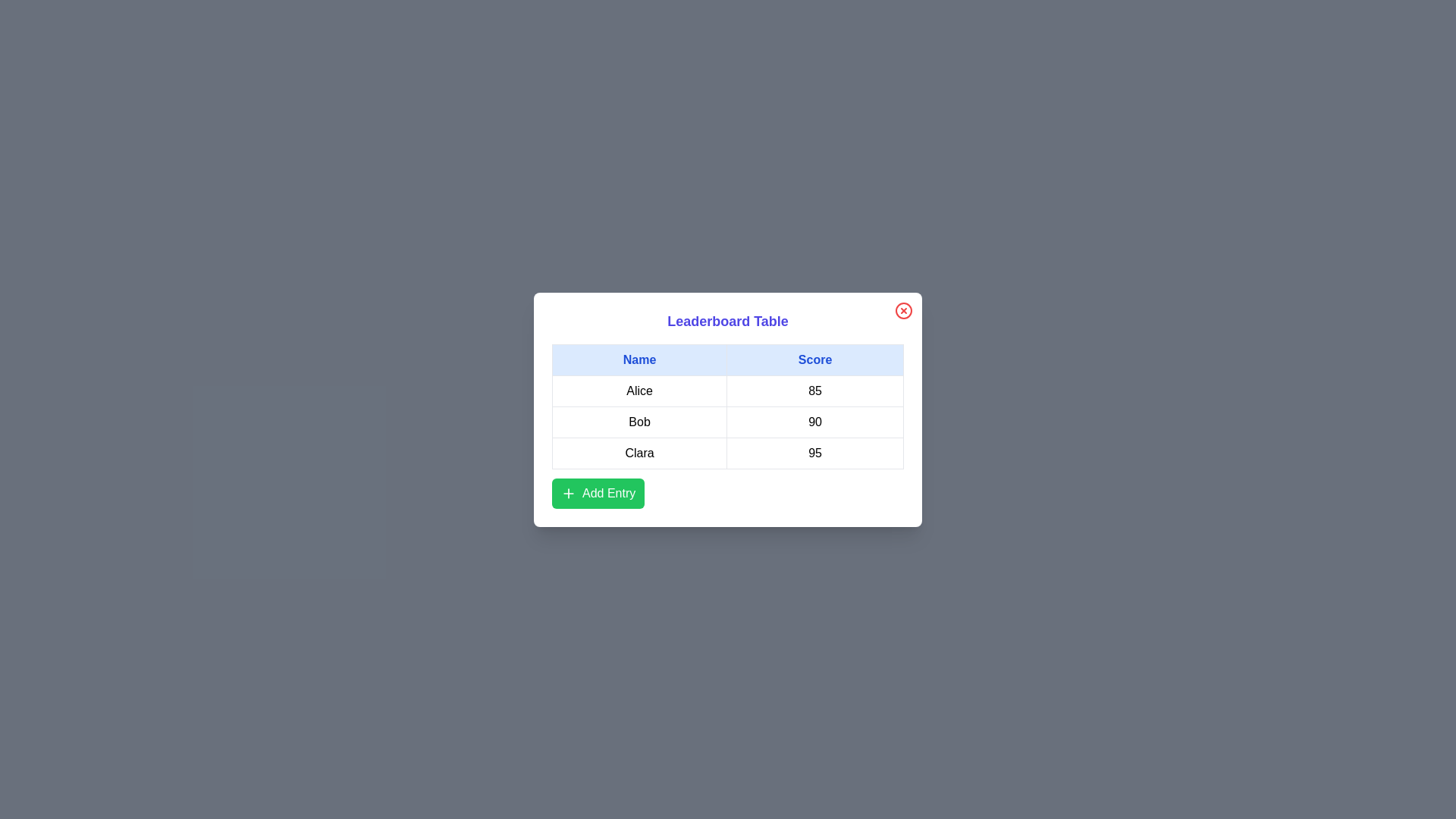  I want to click on close button (red X) to close the dialog, so click(903, 309).